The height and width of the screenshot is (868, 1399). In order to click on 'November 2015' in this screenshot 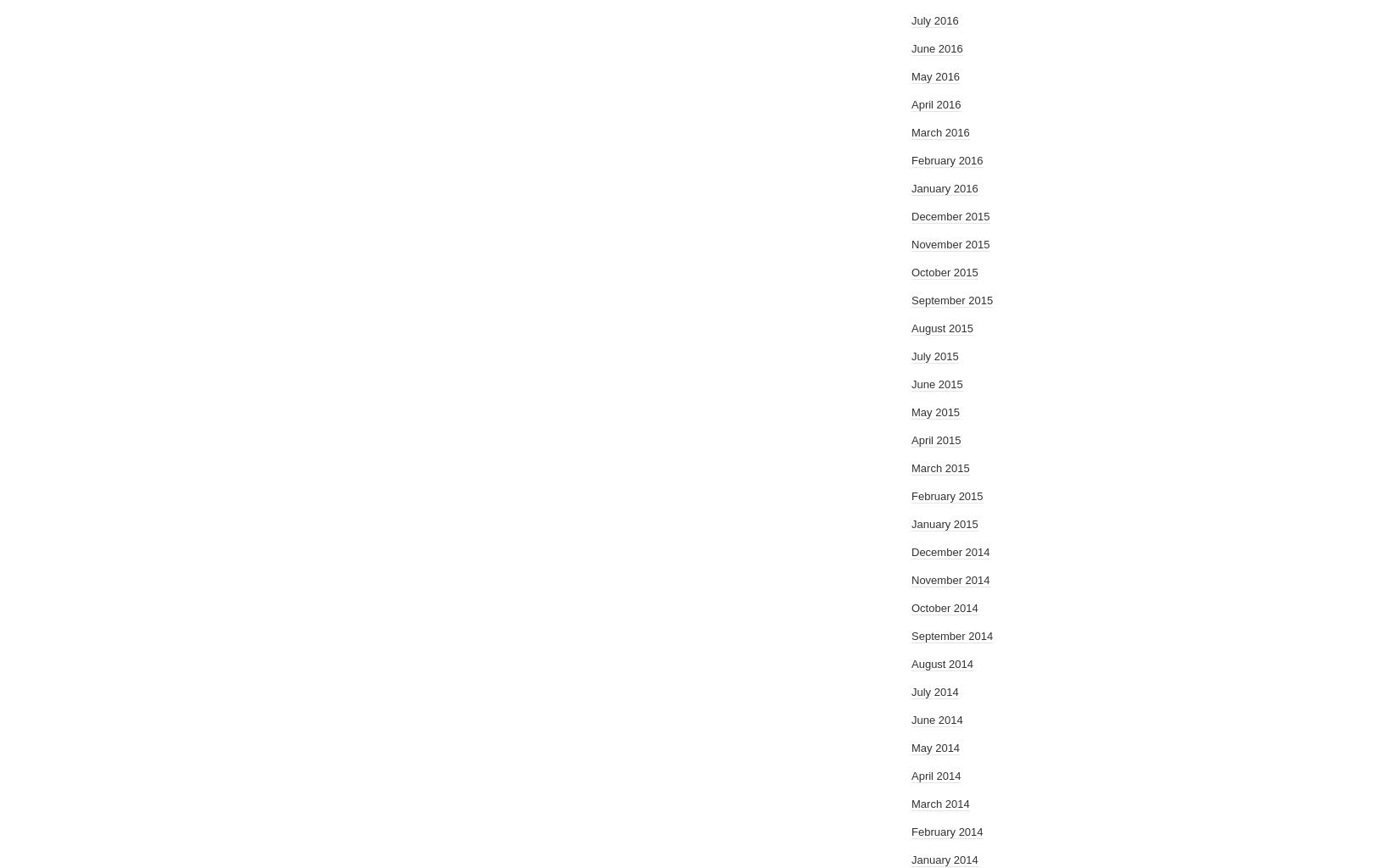, I will do `click(950, 244)`.